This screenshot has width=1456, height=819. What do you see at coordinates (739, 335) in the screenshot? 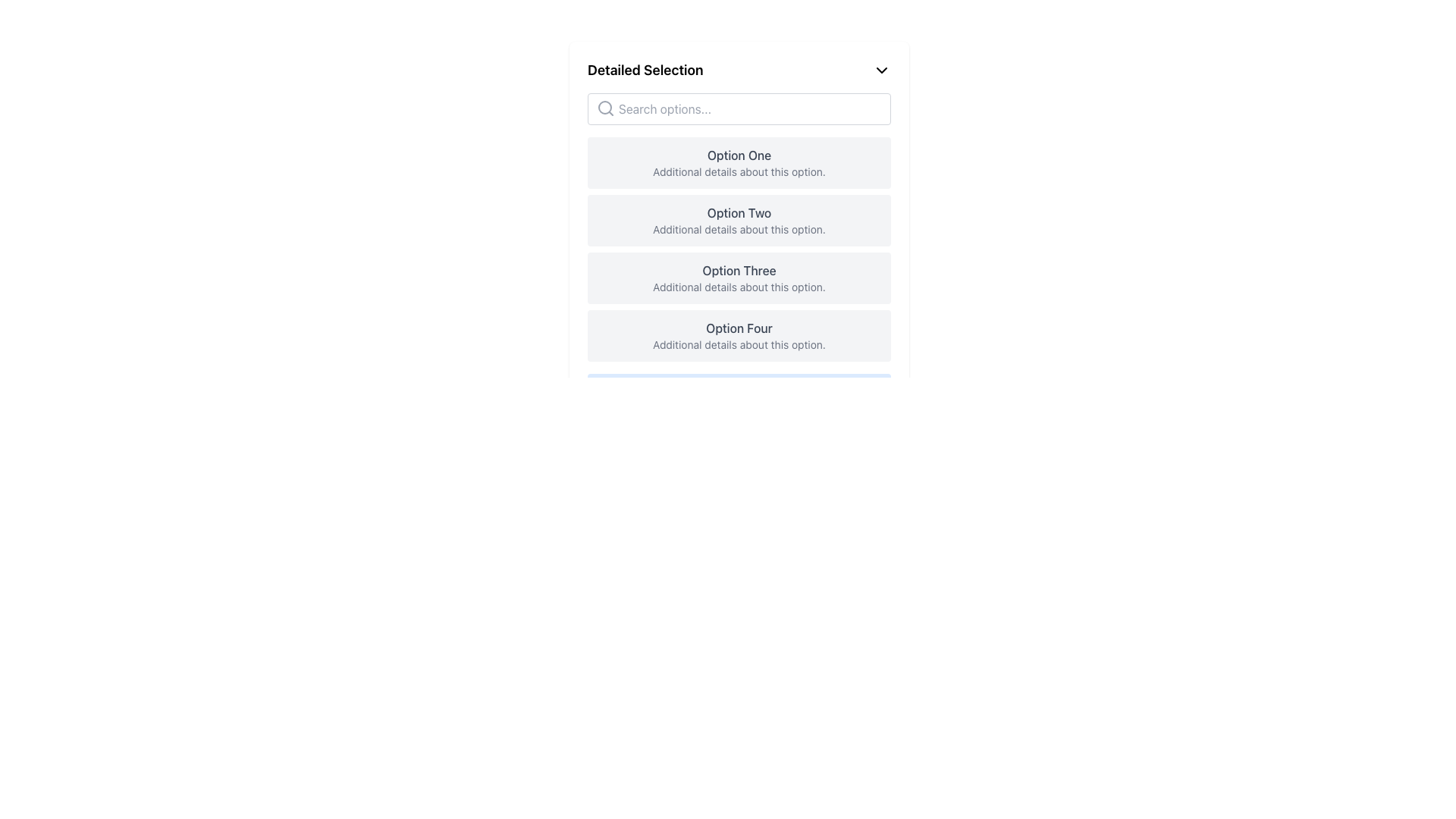
I see `and focus on the list item labeled 'Option Four' using keyboard navigation` at bounding box center [739, 335].